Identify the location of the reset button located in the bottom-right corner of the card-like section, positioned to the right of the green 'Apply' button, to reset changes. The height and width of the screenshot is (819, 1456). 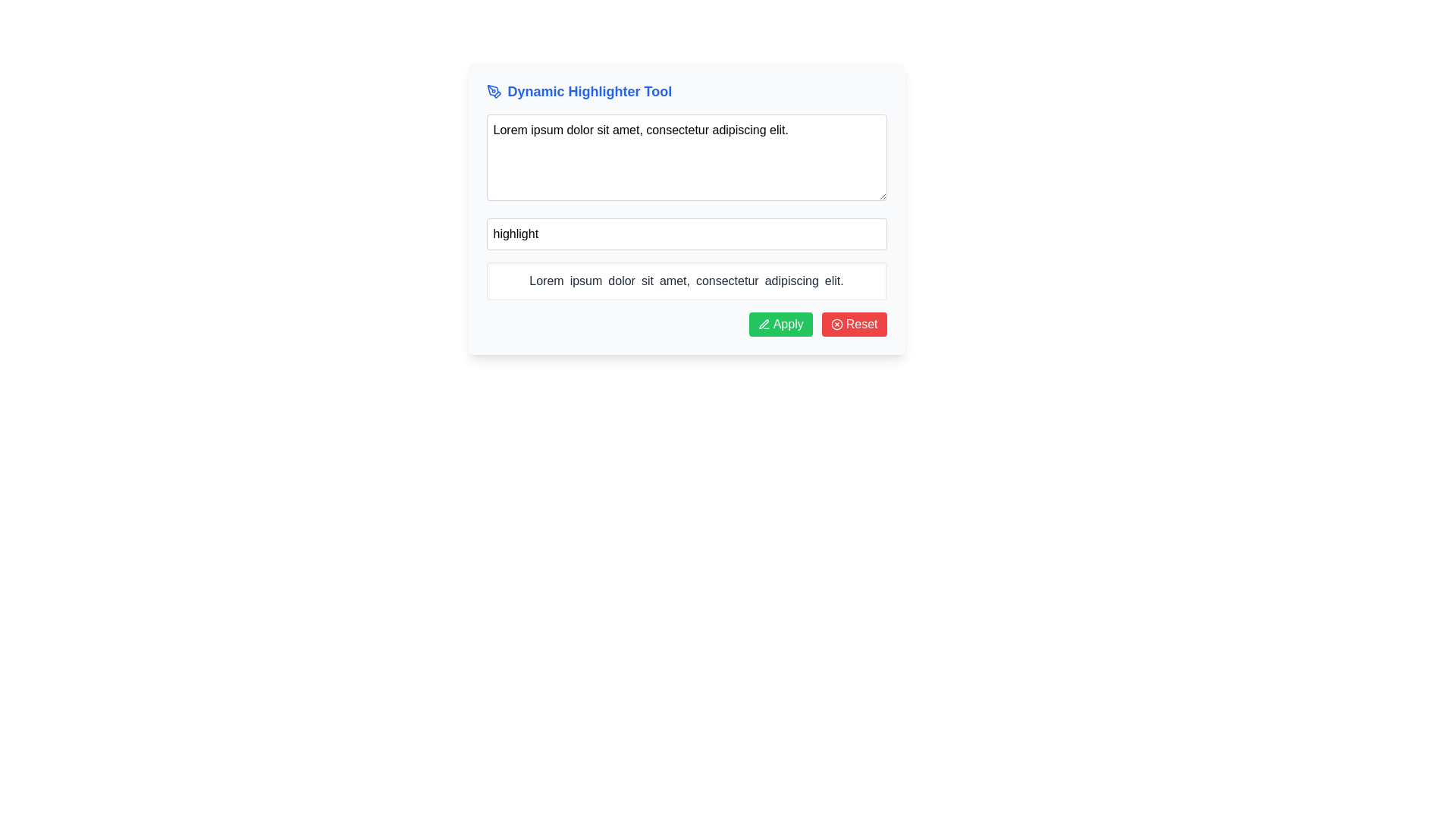
(854, 324).